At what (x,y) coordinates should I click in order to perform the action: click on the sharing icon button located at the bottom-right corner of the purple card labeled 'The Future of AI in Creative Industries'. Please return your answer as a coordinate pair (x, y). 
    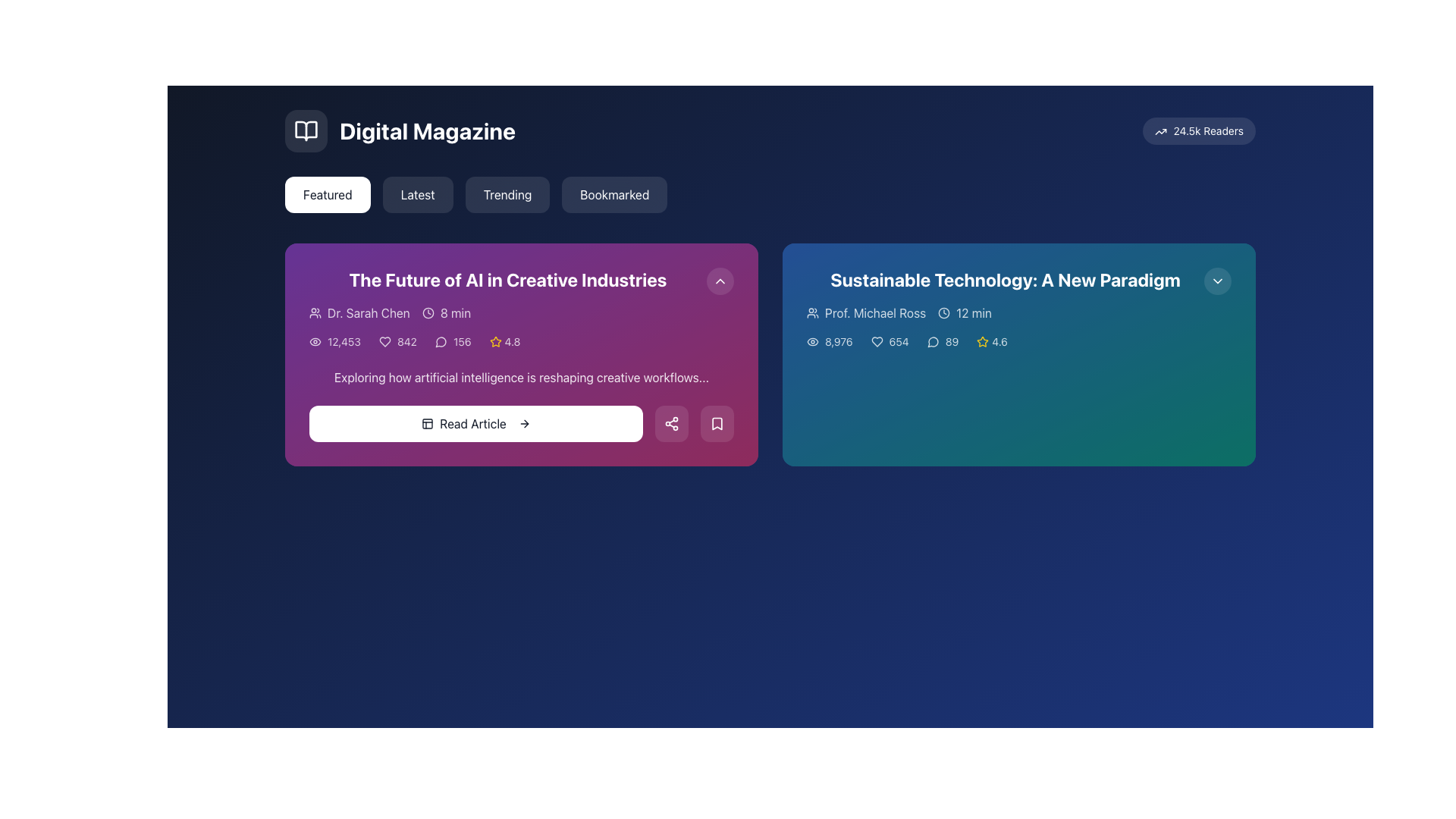
    Looking at the image, I should click on (671, 424).